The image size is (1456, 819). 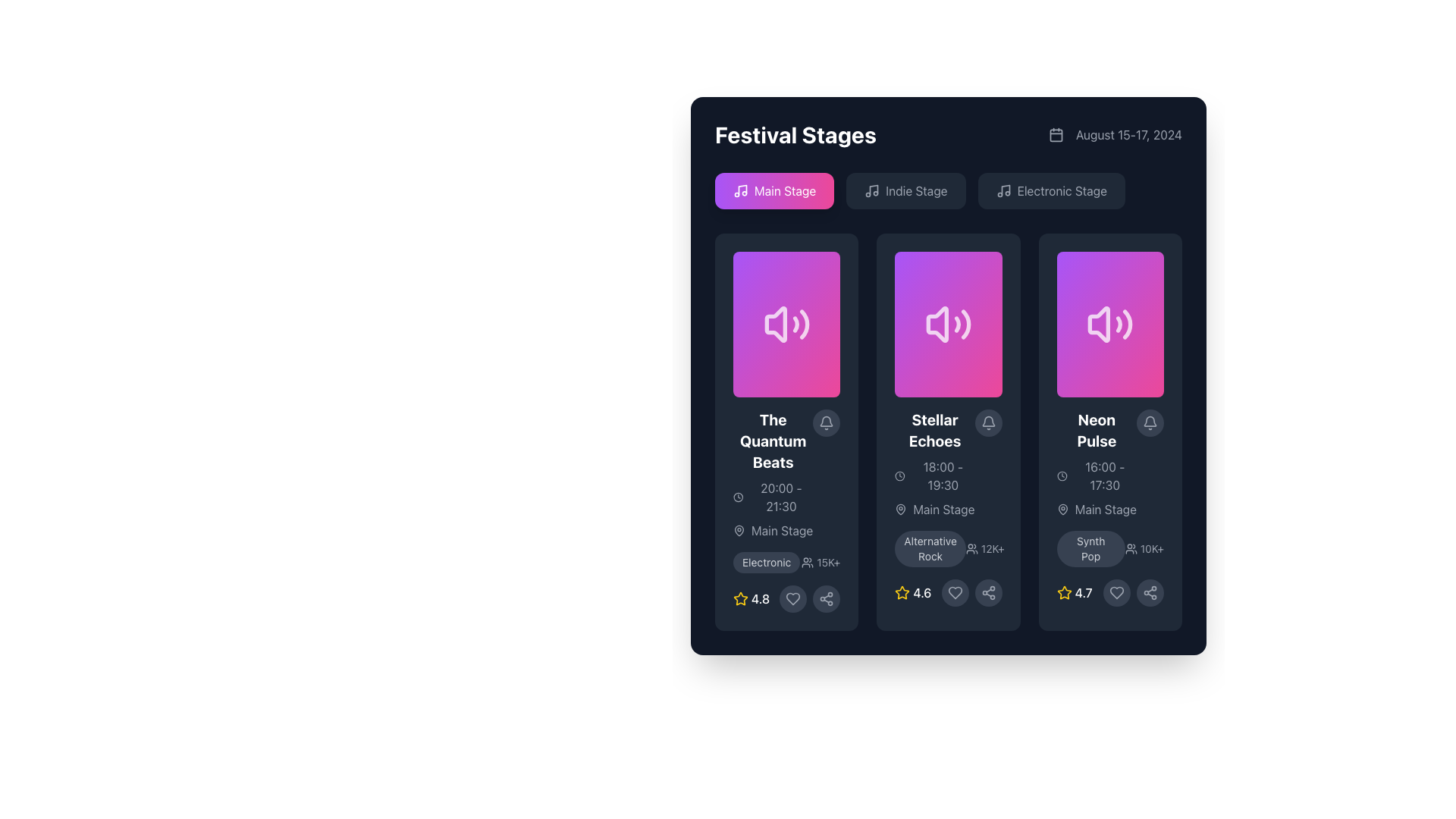 What do you see at coordinates (948, 592) in the screenshot?
I see `the heart icon button located in the bottom-right area of the 'Stellar Echoes' event card` at bounding box center [948, 592].